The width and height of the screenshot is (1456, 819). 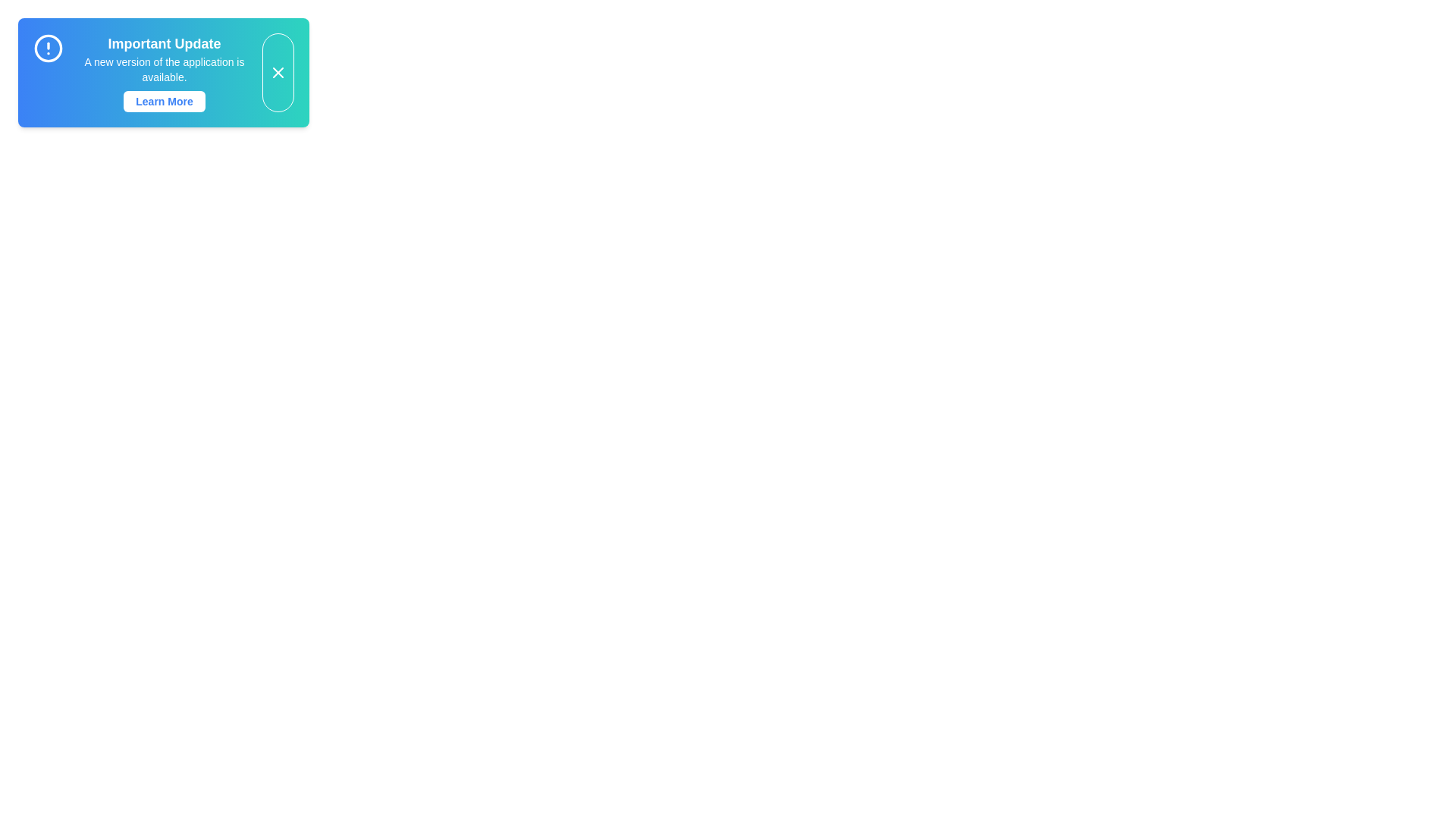 I want to click on the 'Learn More' button, so click(x=164, y=102).